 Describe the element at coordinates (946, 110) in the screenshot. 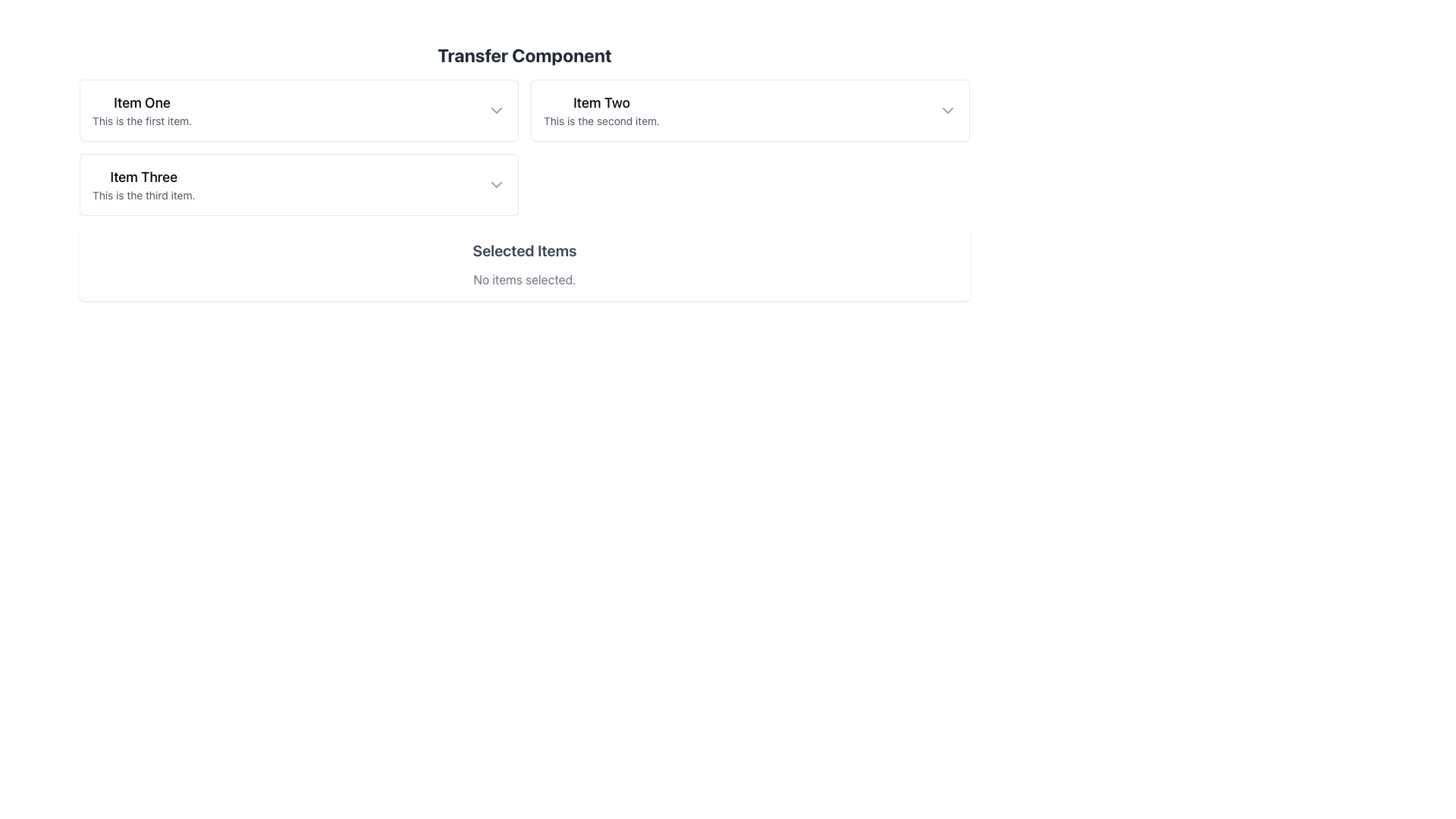

I see `the downward-pointing chevron icon indicating the dropdown menu for 'Item Two'` at that location.